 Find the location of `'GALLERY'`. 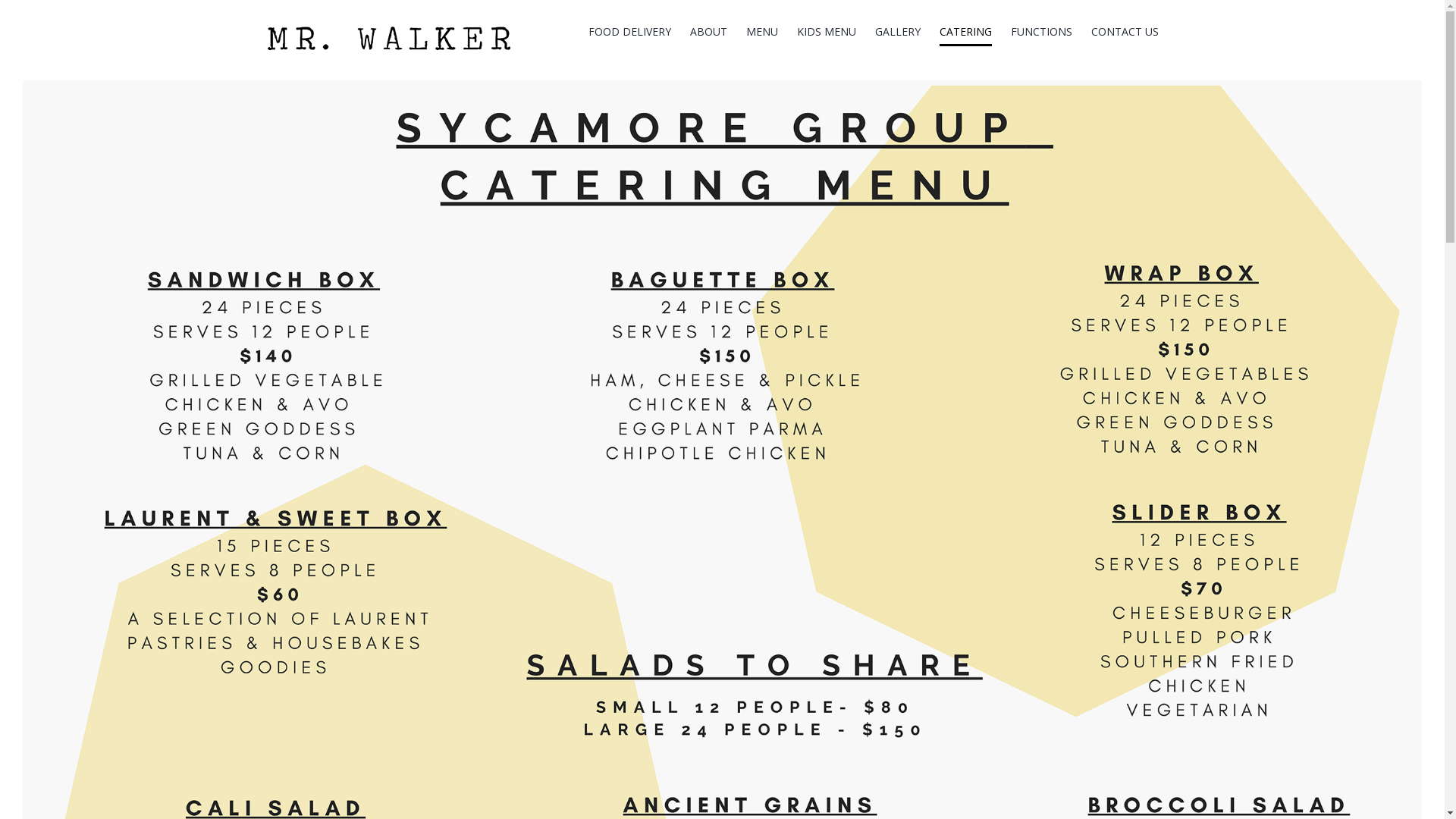

'GALLERY' is located at coordinates (874, 32).